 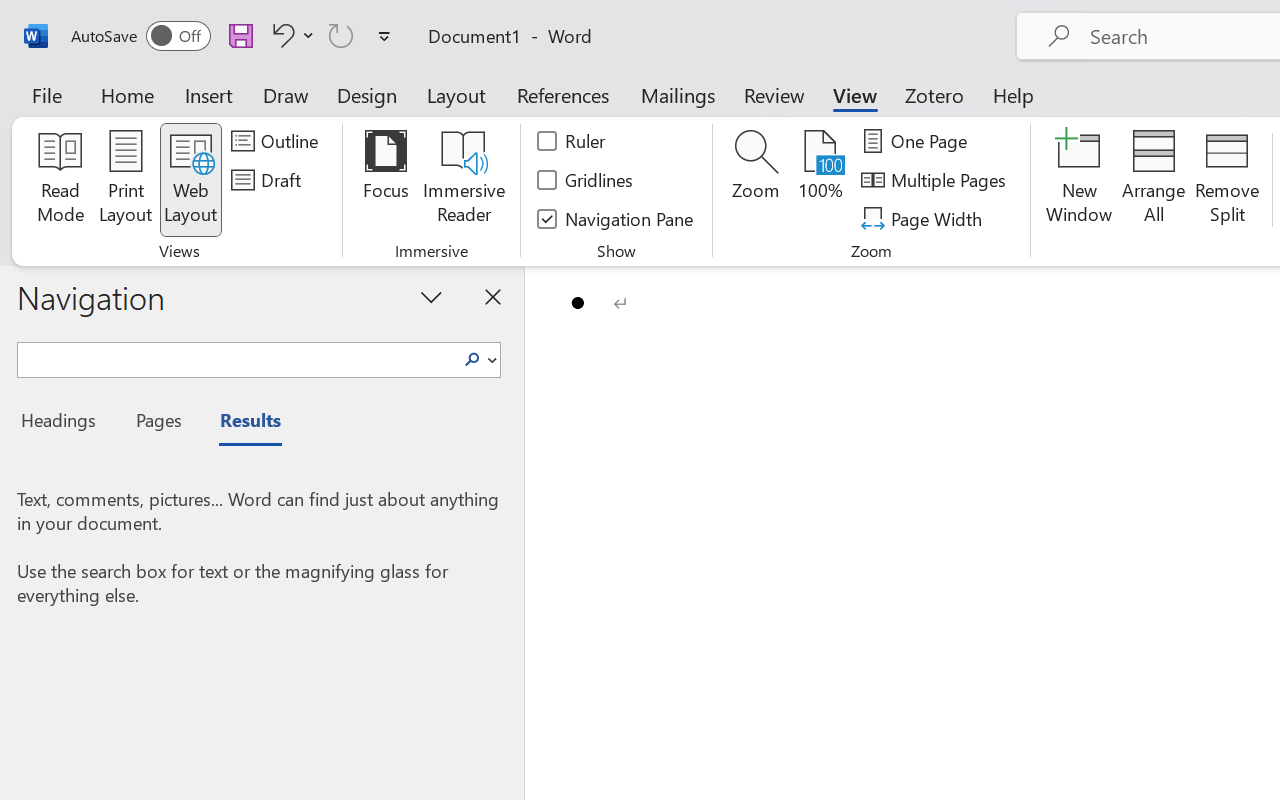 I want to click on 'One Page', so click(x=916, y=141).